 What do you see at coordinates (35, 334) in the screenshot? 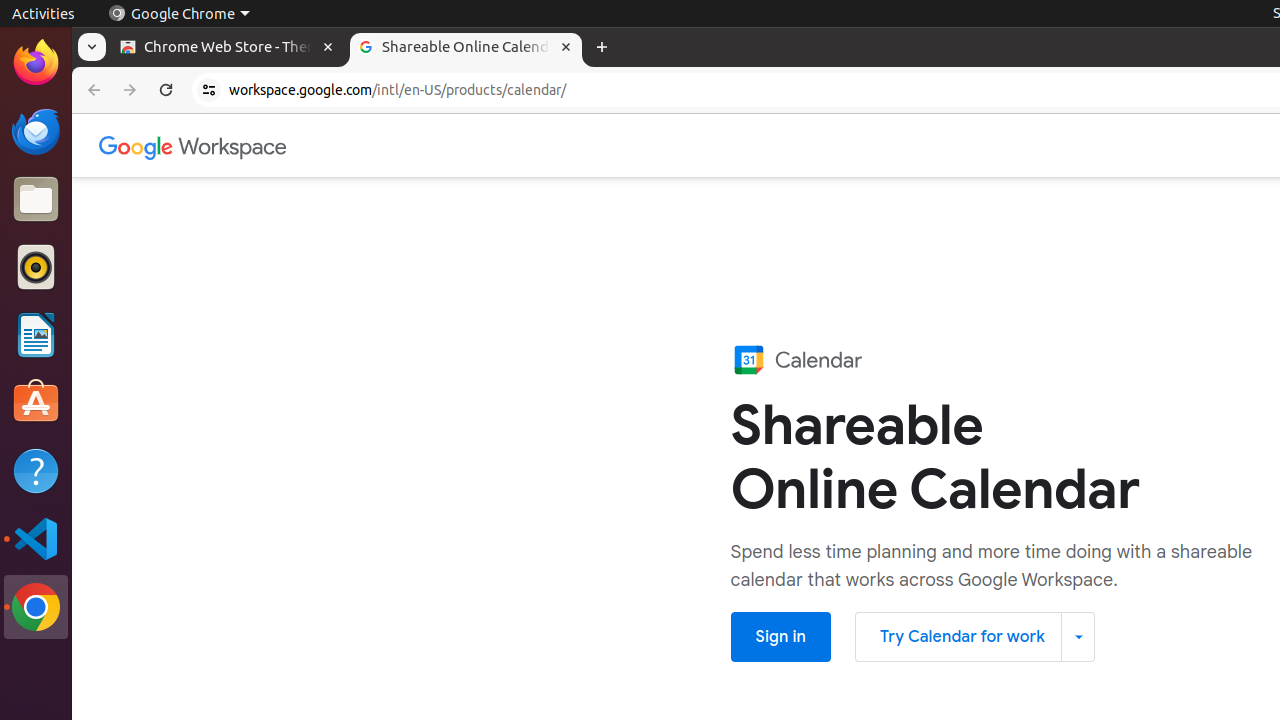
I see `'LibreOffice Writer'` at bounding box center [35, 334].